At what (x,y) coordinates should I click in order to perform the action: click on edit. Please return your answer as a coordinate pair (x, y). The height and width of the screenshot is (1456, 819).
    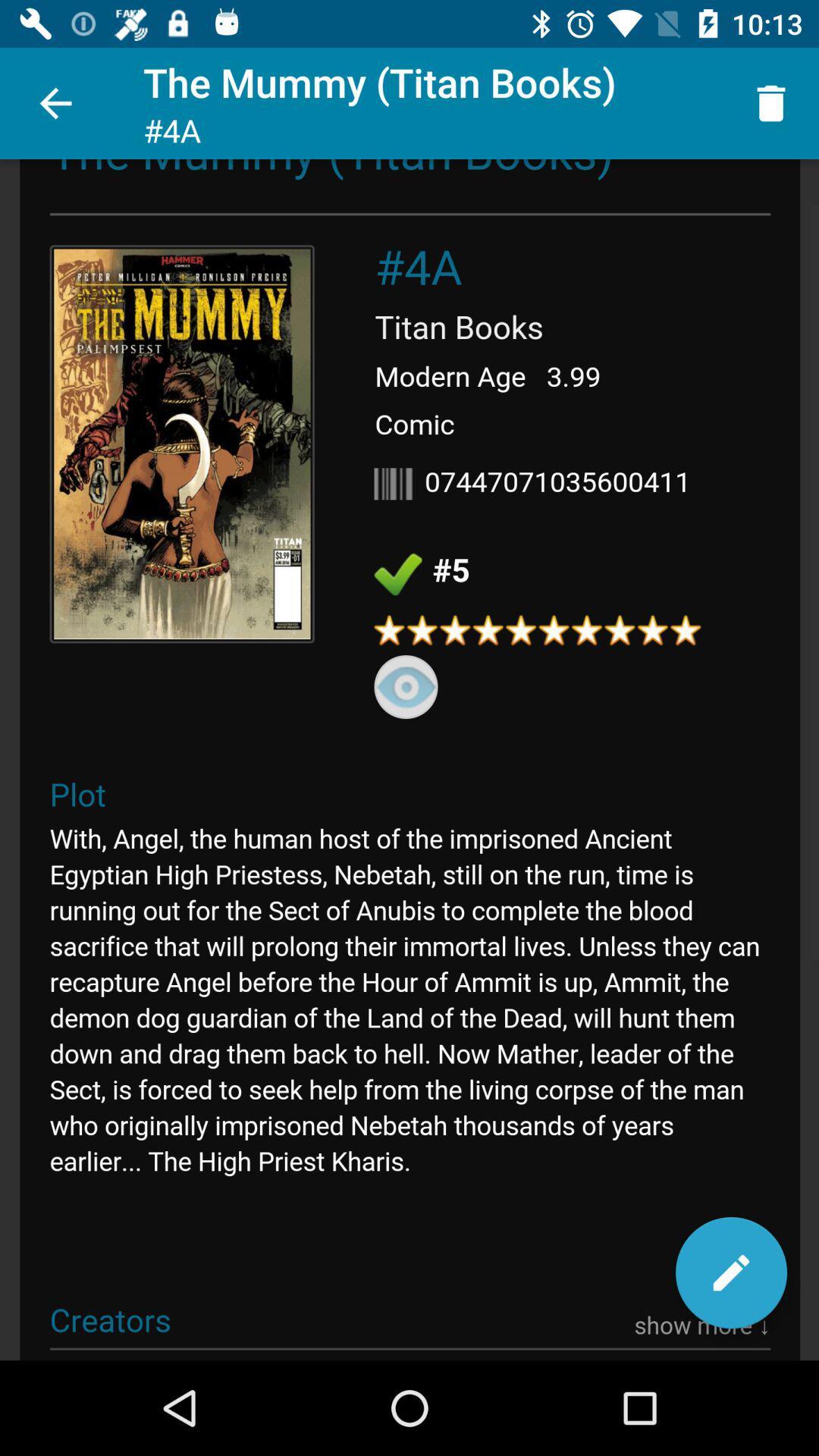
    Looking at the image, I should click on (730, 1272).